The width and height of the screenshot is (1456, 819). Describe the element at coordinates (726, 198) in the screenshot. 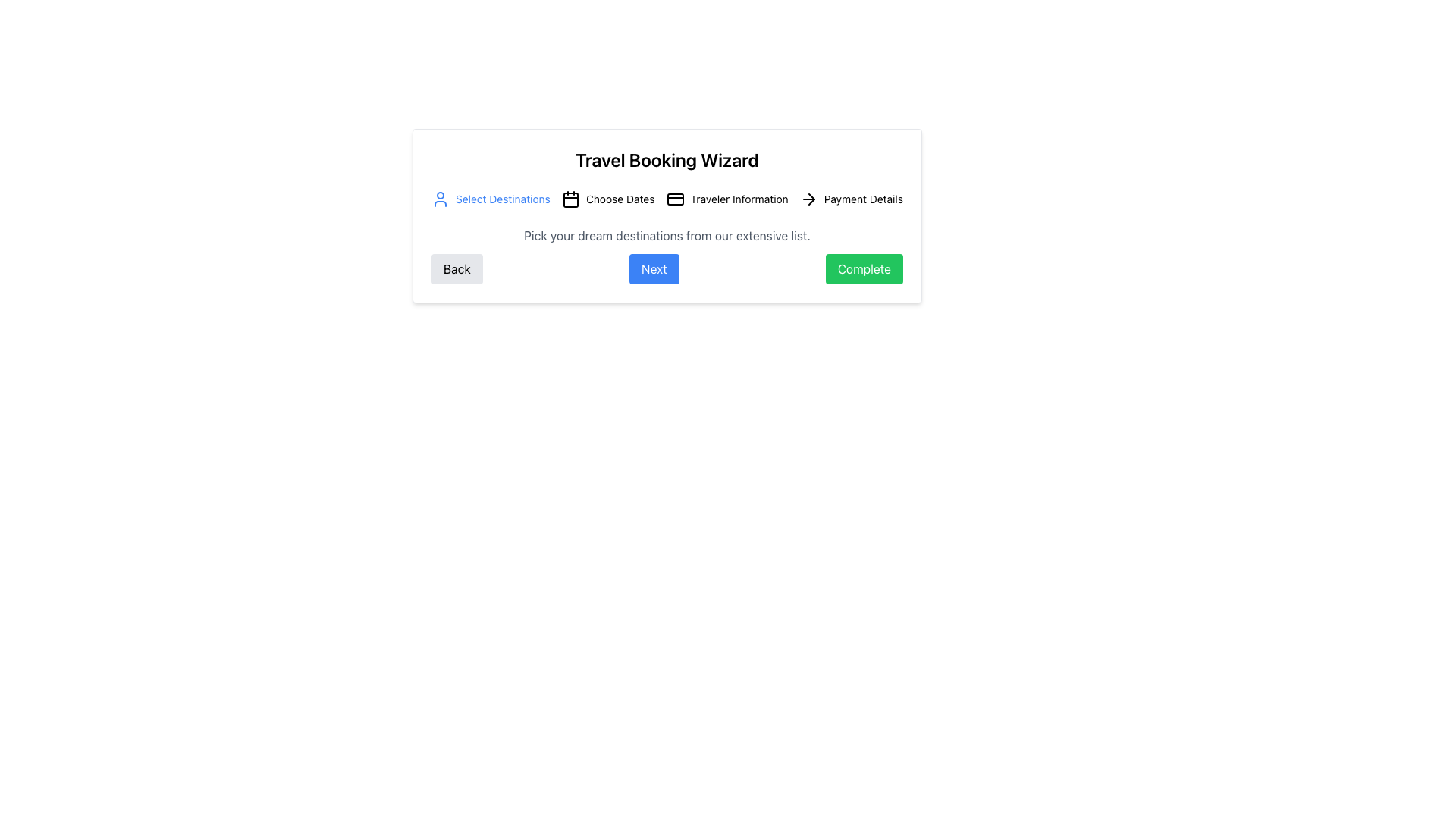

I see `the Navigation item that provides access to the 'Traveler Information' section, which is positioned third in the horizontal navigation bar` at that location.